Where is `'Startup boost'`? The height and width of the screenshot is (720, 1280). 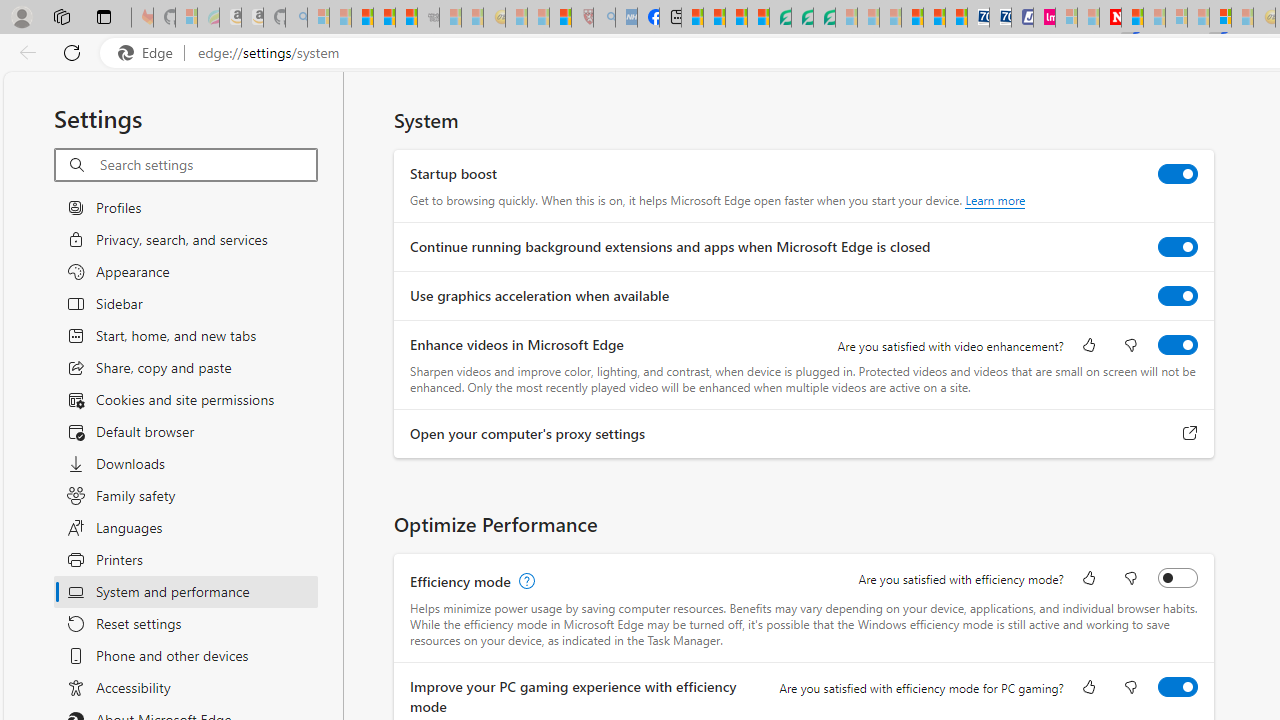
'Startup boost' is located at coordinates (1178, 173).